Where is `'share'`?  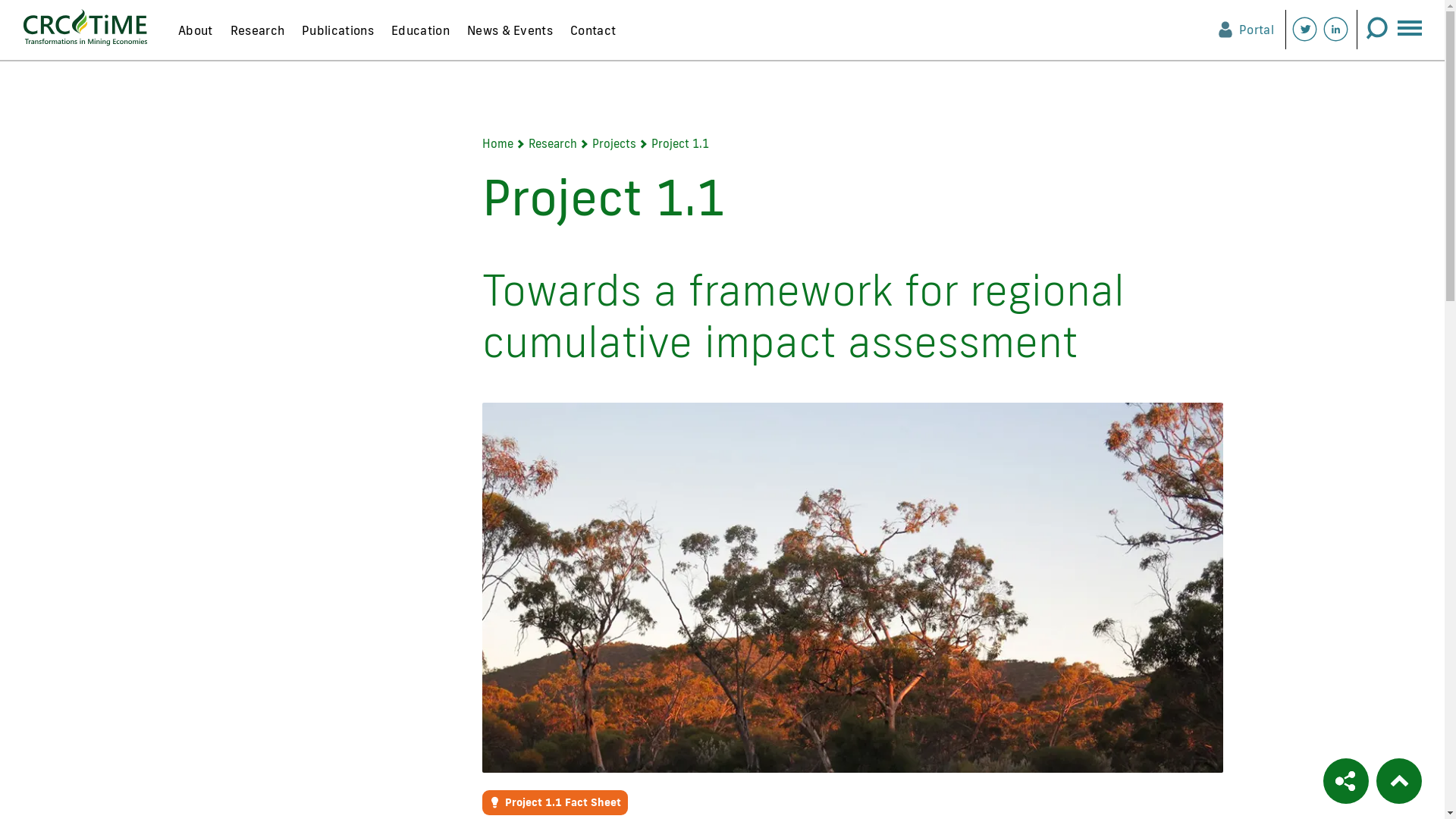 'share' is located at coordinates (1323, 780).